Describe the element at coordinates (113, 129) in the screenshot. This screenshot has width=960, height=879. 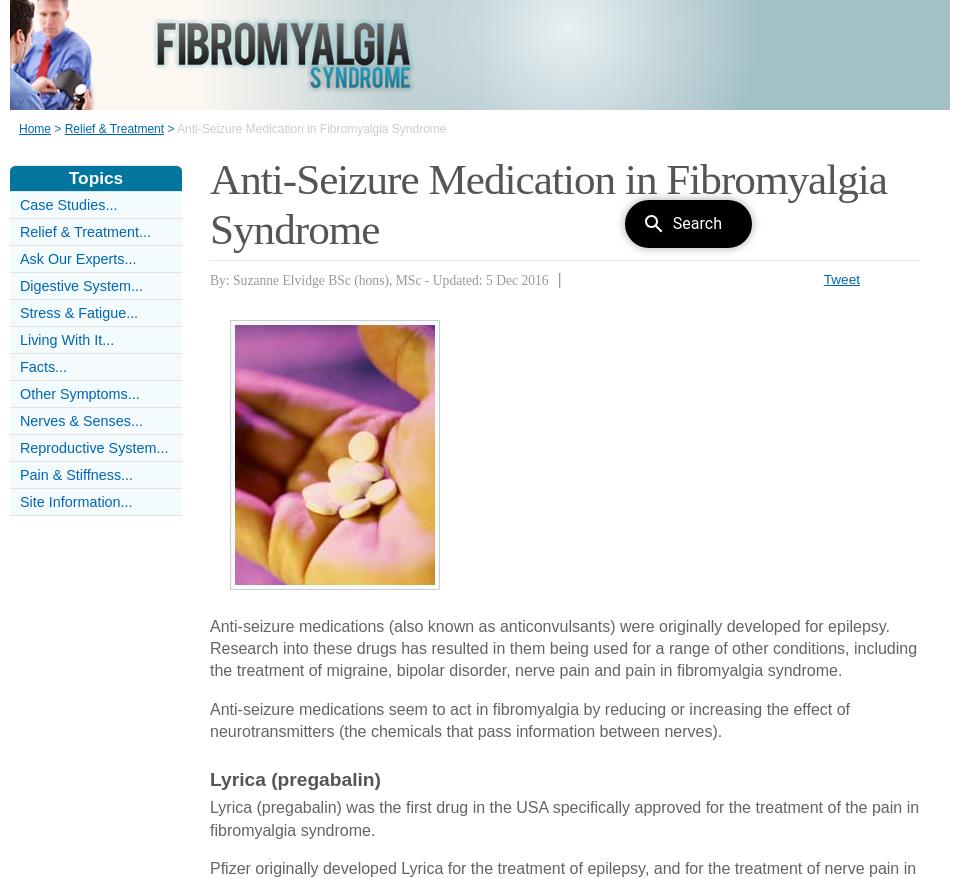
I see `'Relief & Treatment'` at that location.